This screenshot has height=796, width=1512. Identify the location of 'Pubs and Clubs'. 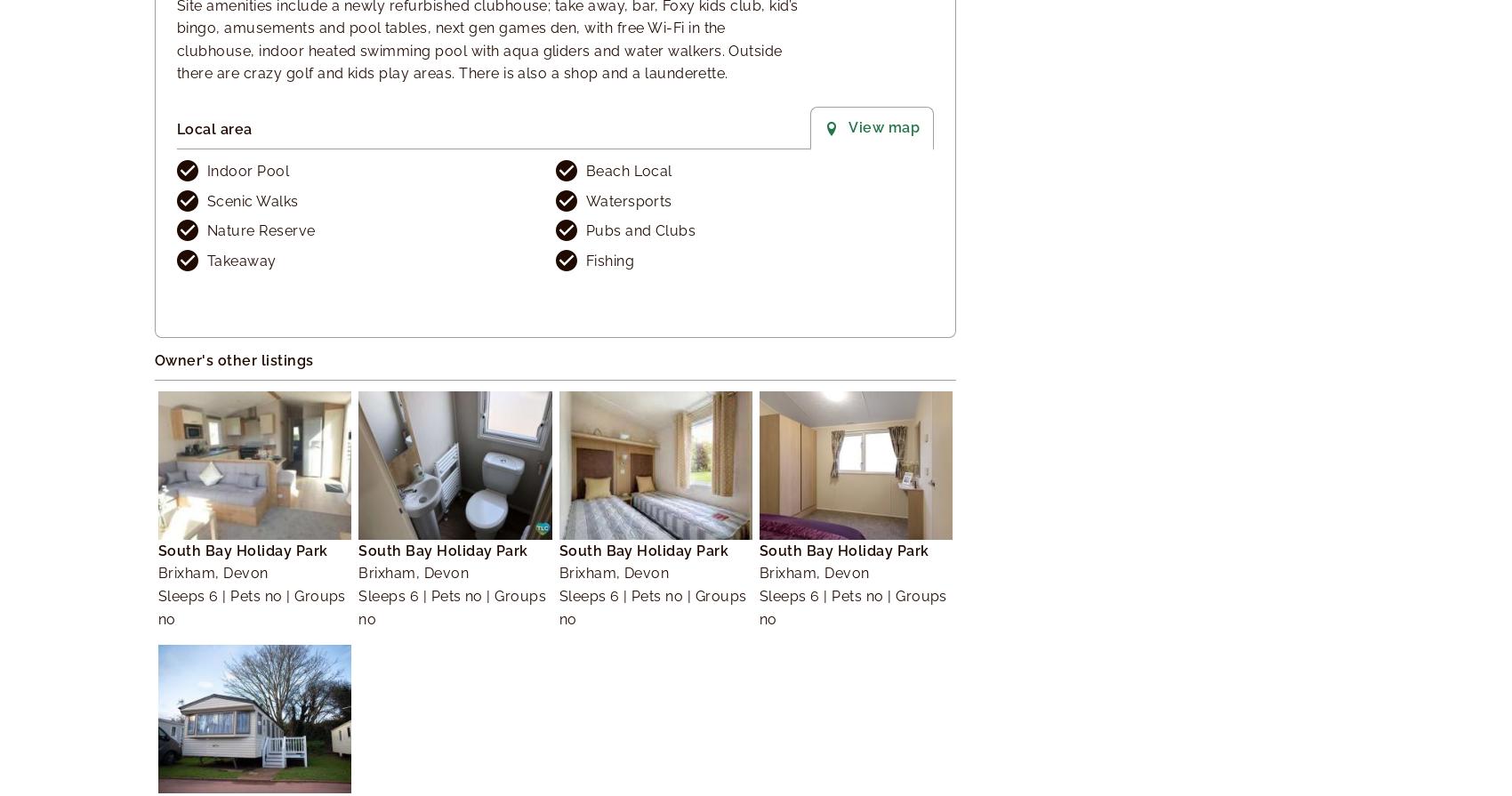
(639, 230).